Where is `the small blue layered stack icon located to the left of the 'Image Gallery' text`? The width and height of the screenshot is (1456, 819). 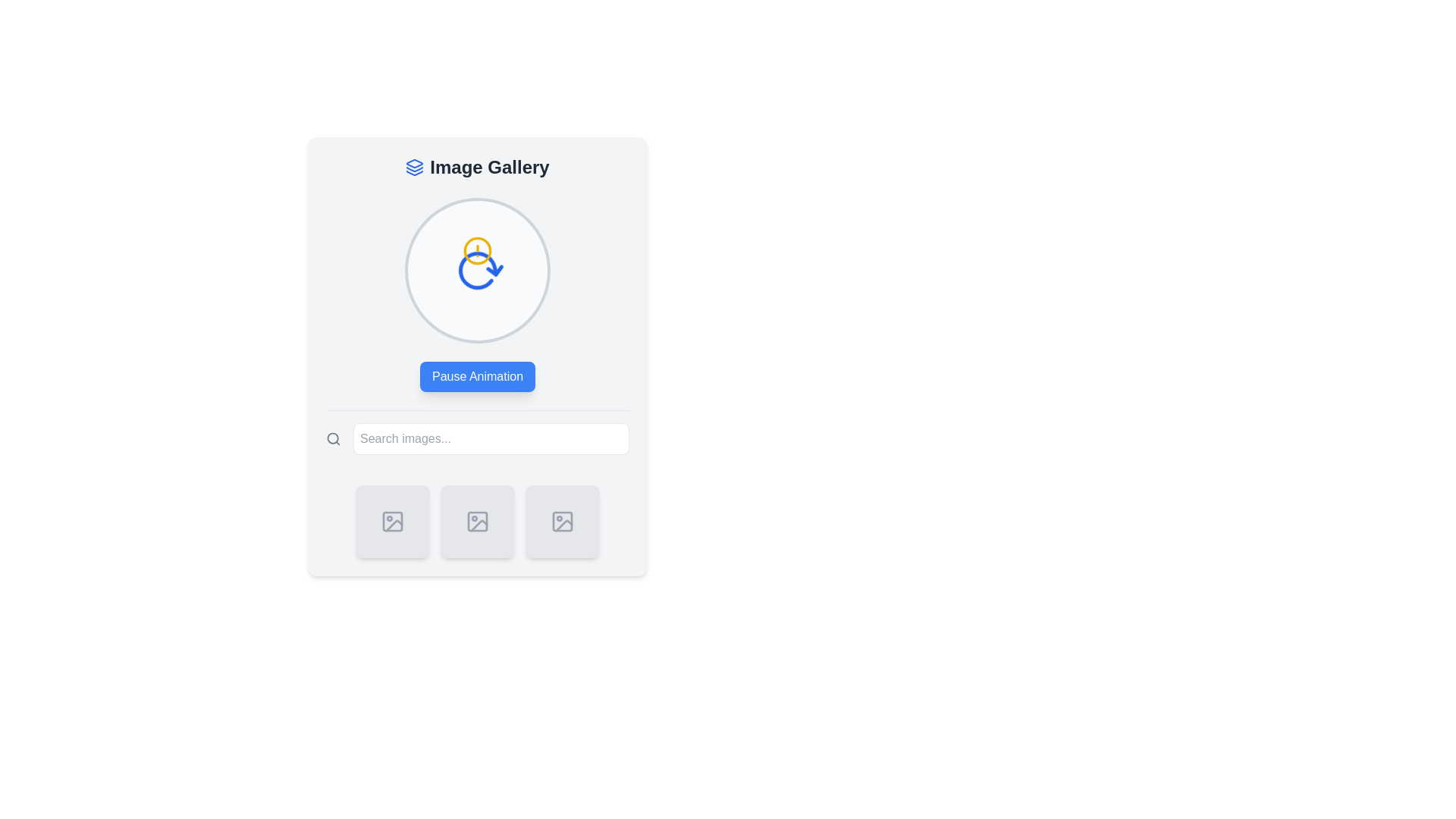 the small blue layered stack icon located to the left of the 'Image Gallery' text is located at coordinates (415, 167).